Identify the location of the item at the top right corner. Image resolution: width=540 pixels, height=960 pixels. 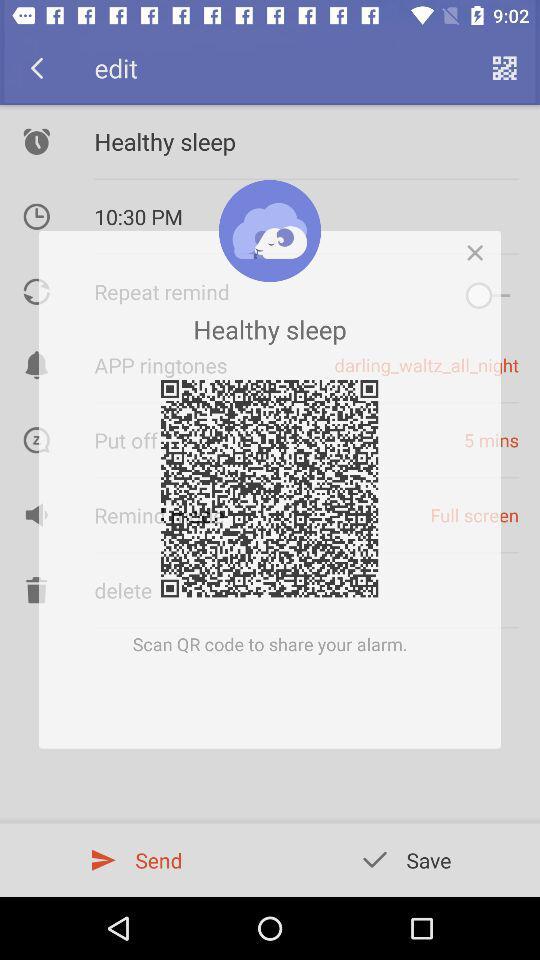
(479, 246).